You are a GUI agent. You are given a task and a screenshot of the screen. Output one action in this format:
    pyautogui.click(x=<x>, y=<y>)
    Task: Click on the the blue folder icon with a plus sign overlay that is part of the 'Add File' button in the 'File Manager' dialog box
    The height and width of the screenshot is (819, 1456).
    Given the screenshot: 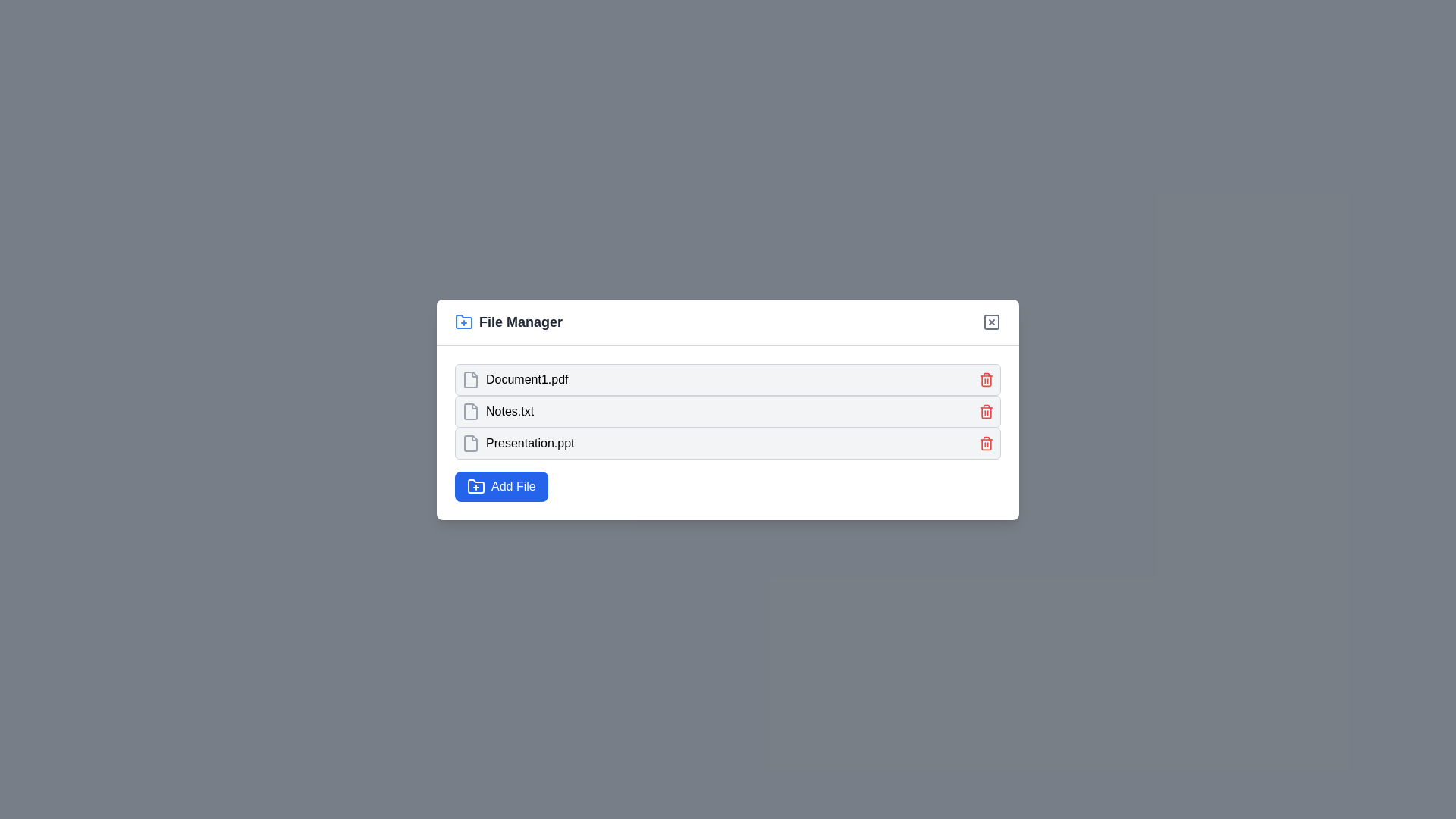 What is the action you would take?
    pyautogui.click(x=475, y=485)
    